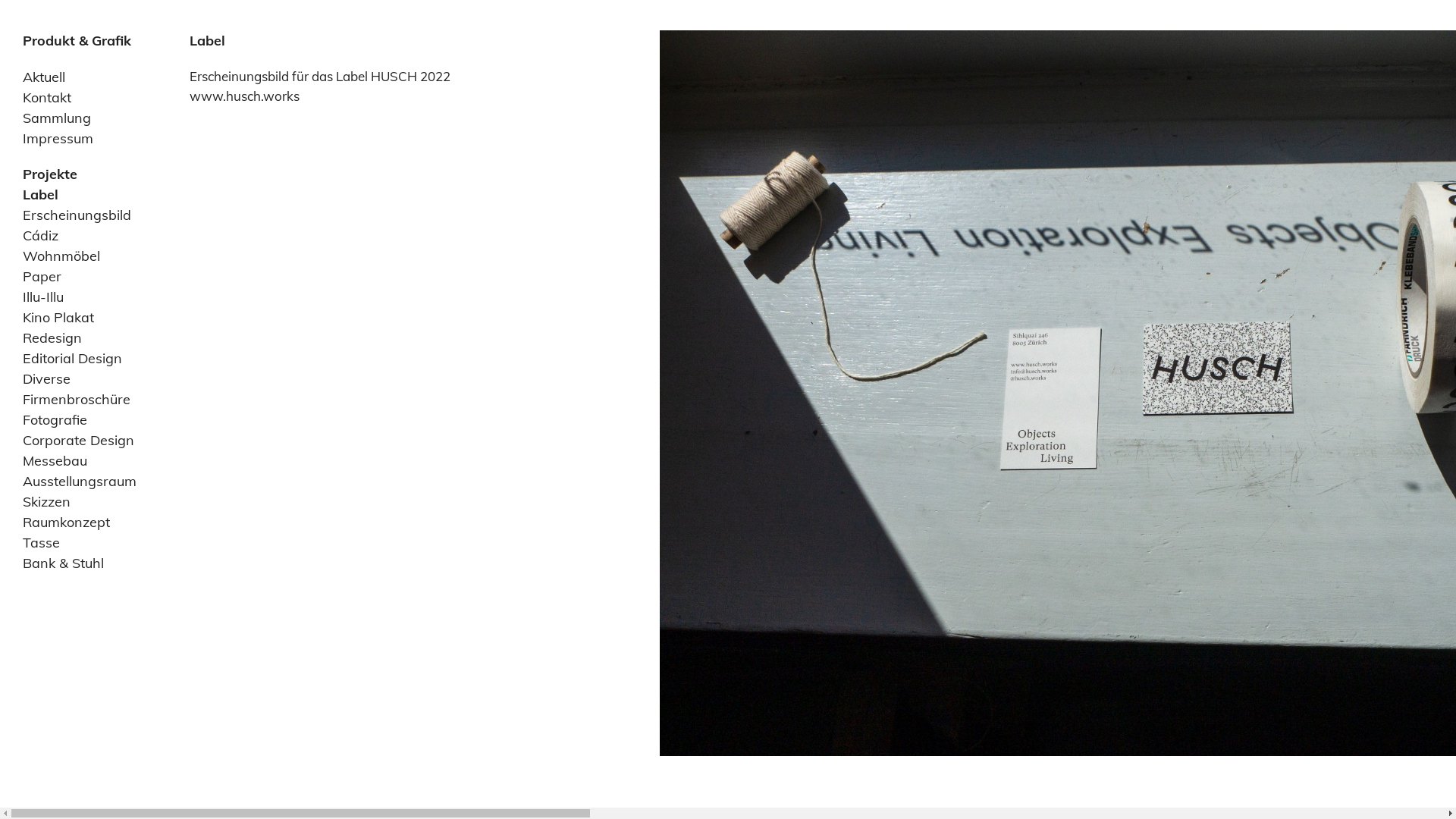  What do you see at coordinates (50, 173) in the screenshot?
I see `'Projekte'` at bounding box center [50, 173].